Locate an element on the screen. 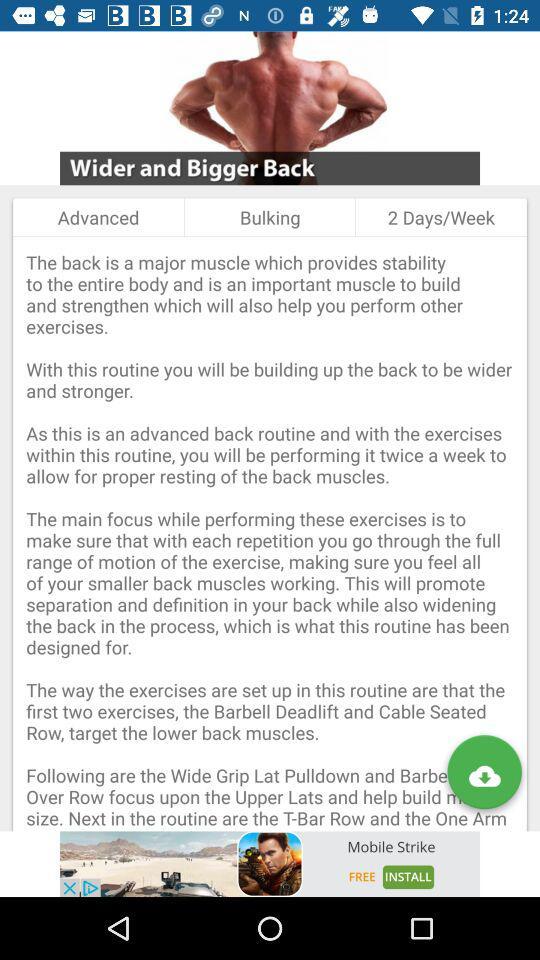 This screenshot has height=960, width=540. item above the back is item is located at coordinates (97, 217).